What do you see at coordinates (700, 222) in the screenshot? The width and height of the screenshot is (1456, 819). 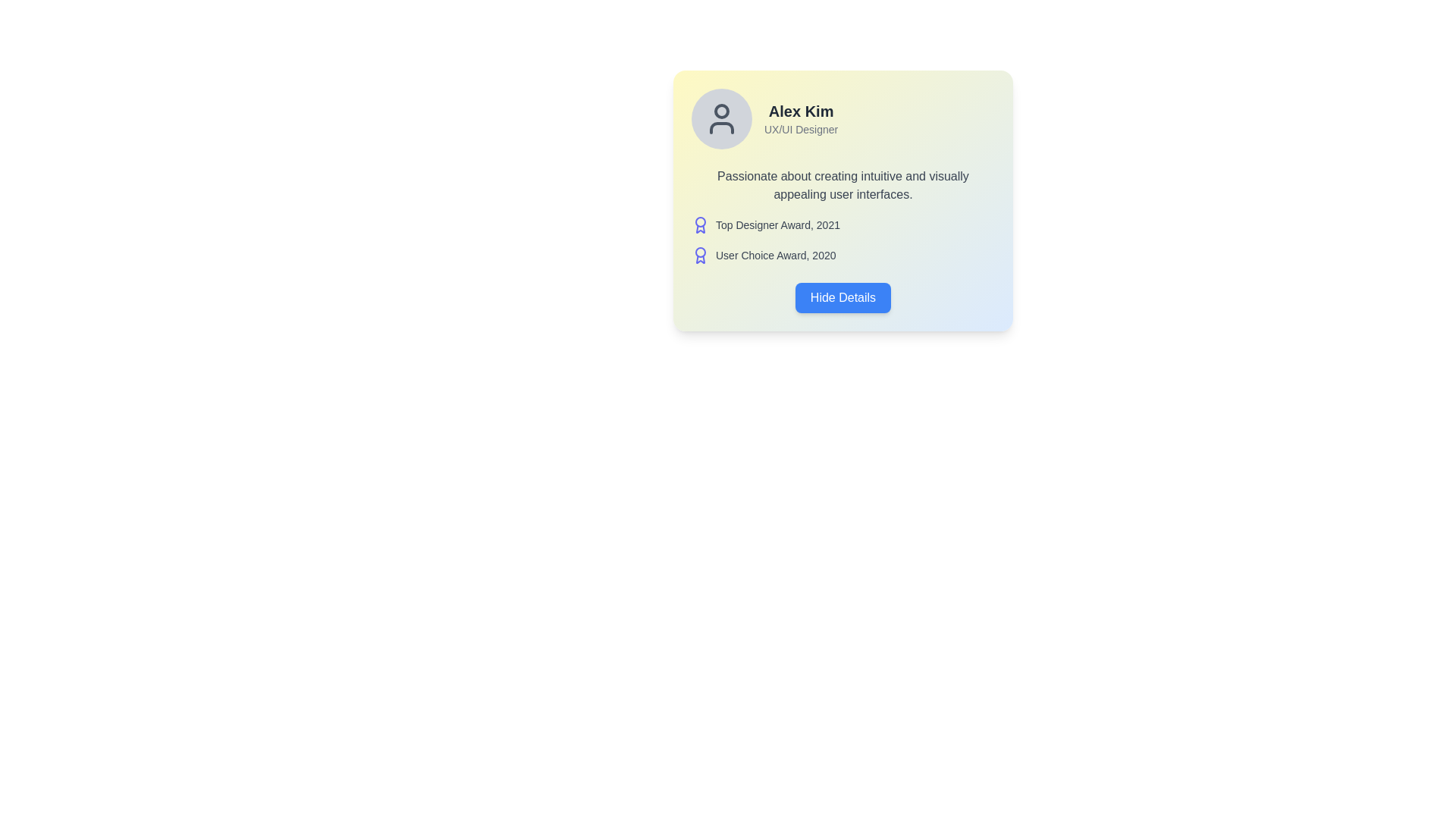 I see `the circular component at the top of the award icon, which is part of a medal or badge representation` at bounding box center [700, 222].